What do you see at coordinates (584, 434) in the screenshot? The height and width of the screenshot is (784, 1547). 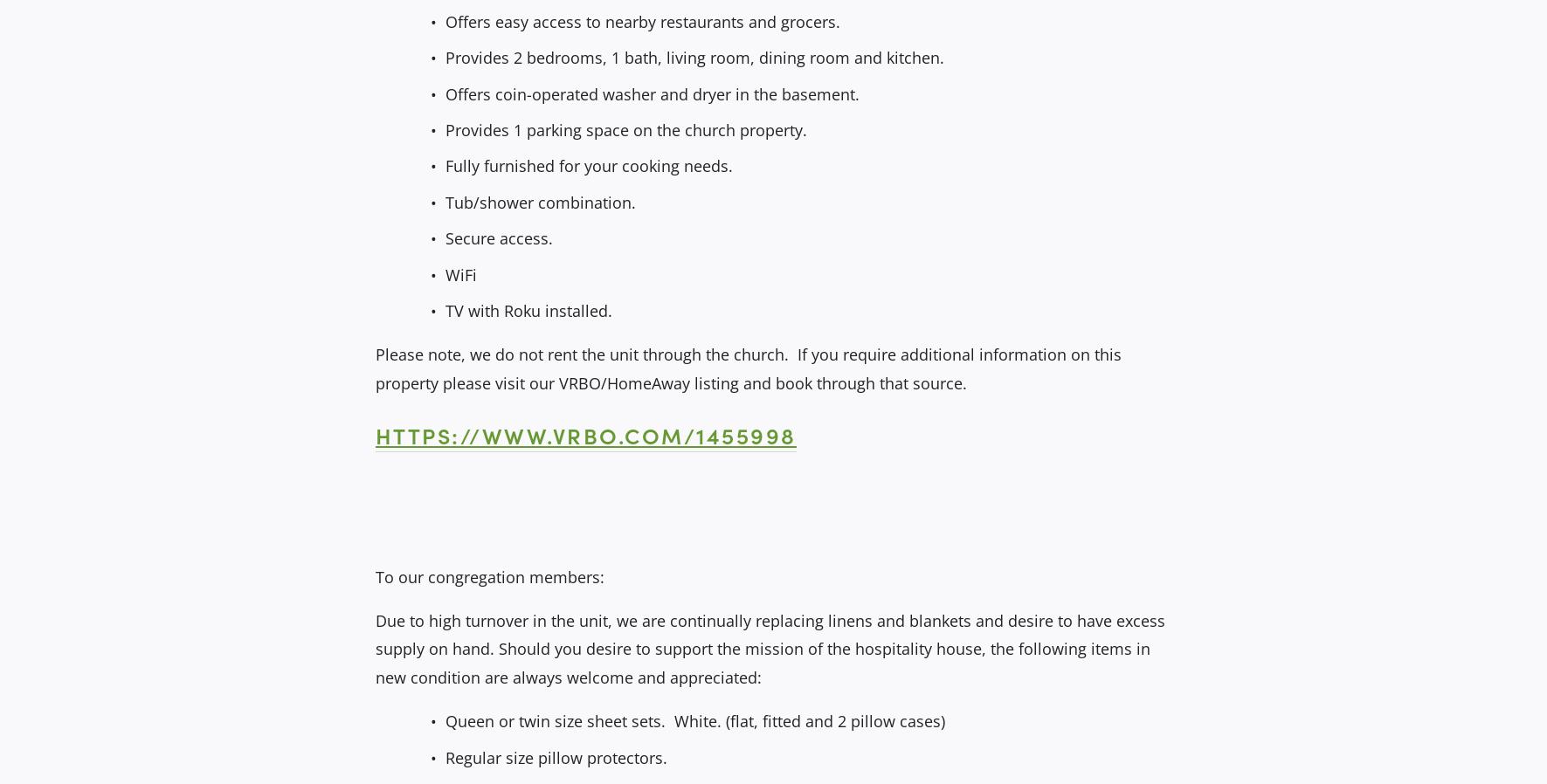 I see `'https://www.vrbo.com/1455998'` at bounding box center [584, 434].